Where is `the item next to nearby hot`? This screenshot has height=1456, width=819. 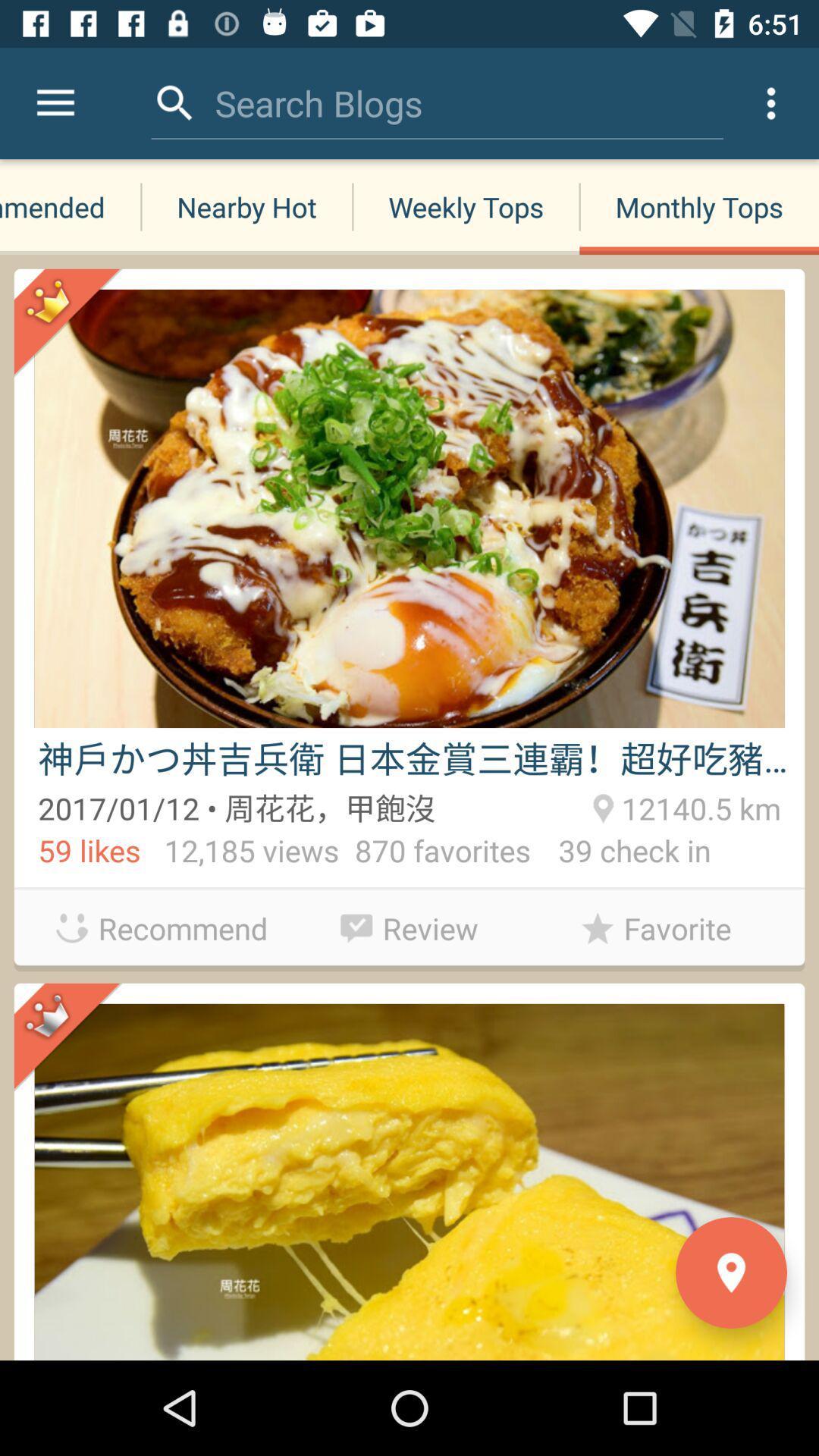
the item next to nearby hot is located at coordinates (70, 206).